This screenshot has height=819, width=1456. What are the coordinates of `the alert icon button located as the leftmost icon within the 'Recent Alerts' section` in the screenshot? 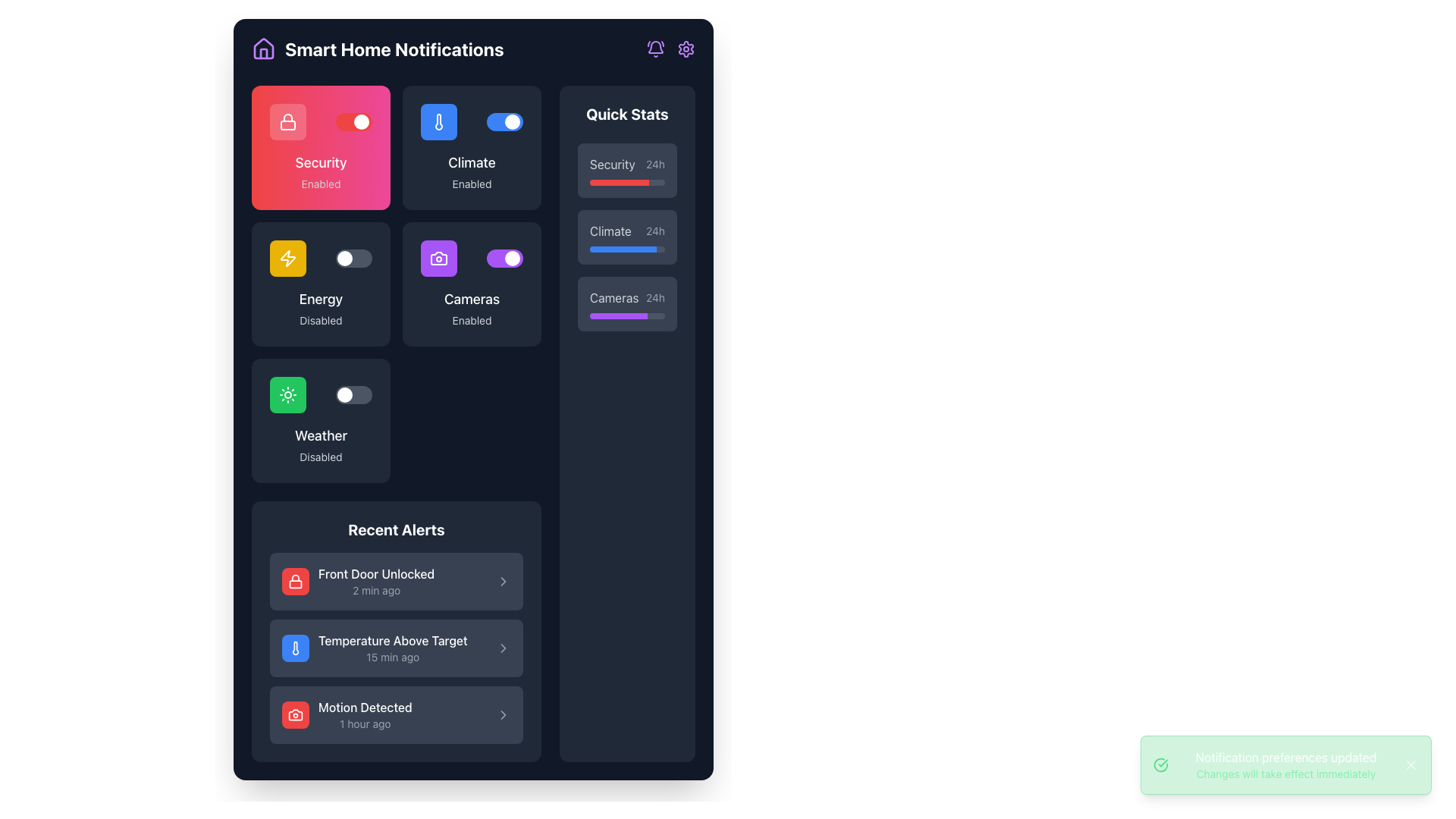 It's located at (295, 714).